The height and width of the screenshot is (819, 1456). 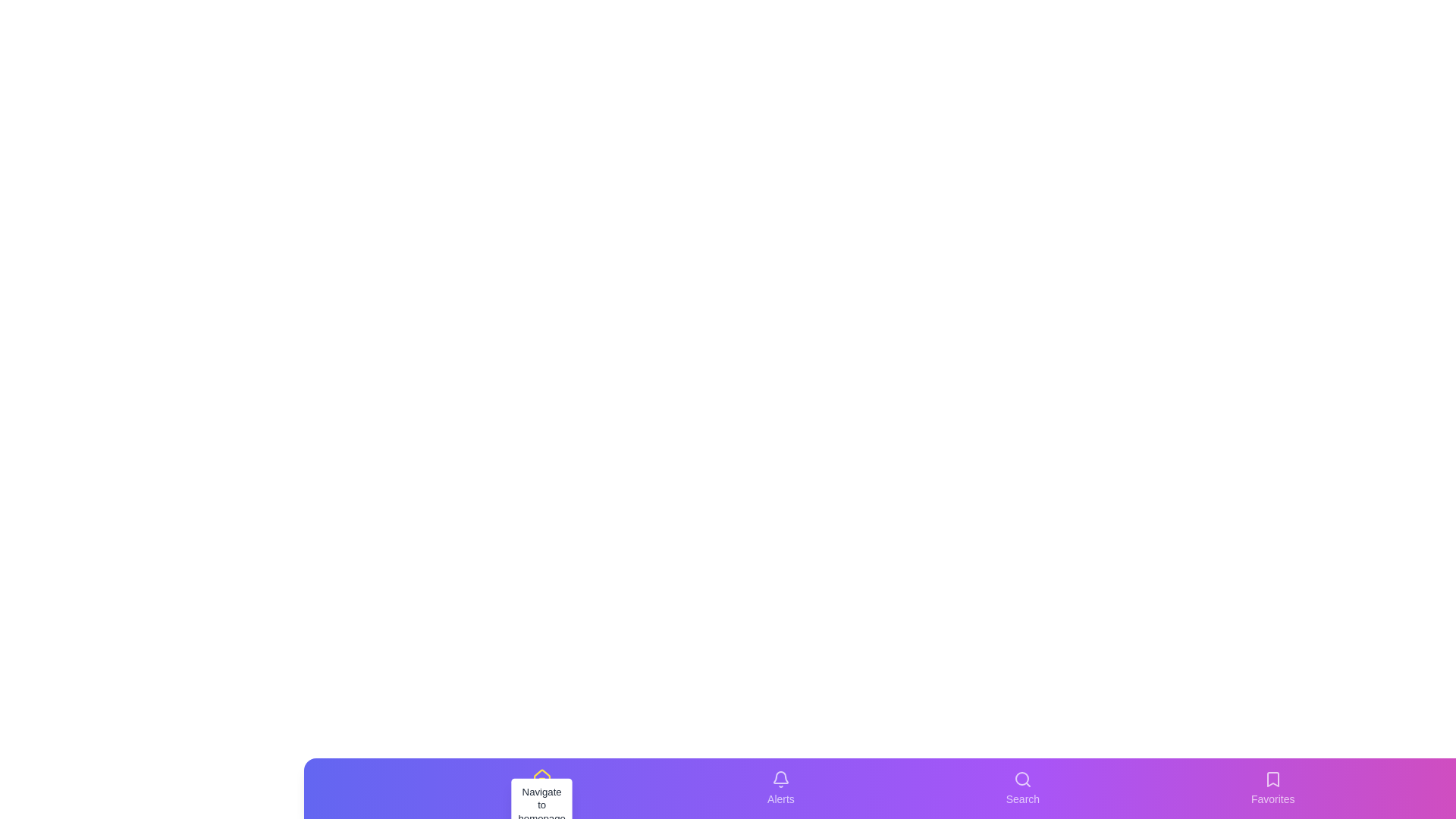 What do you see at coordinates (541, 788) in the screenshot?
I see `the tab labeled Home to view its description` at bounding box center [541, 788].